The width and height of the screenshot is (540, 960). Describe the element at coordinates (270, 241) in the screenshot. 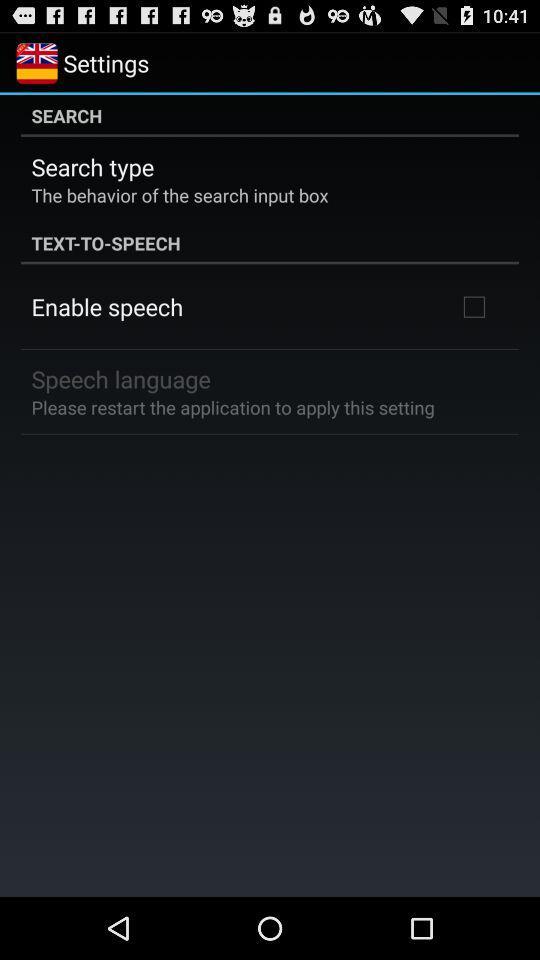

I see `text-to-speech app` at that location.